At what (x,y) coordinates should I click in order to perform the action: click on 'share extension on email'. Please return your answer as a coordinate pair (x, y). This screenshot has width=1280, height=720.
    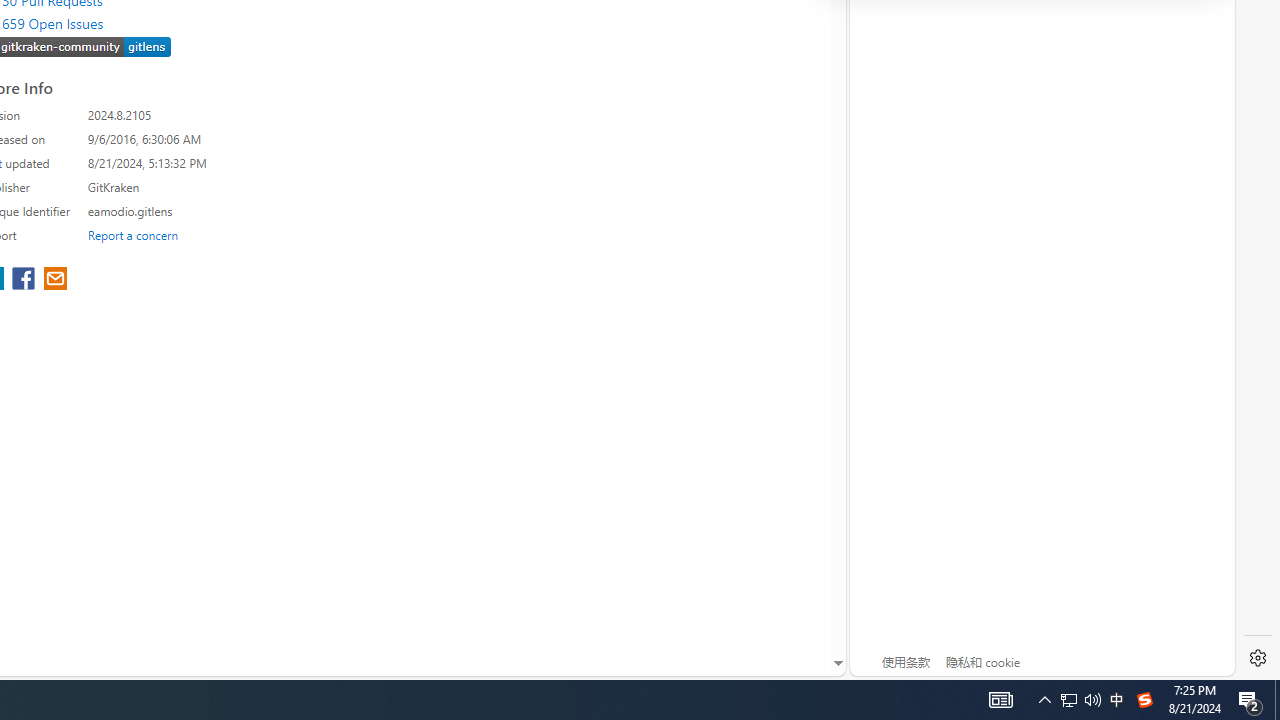
    Looking at the image, I should click on (55, 280).